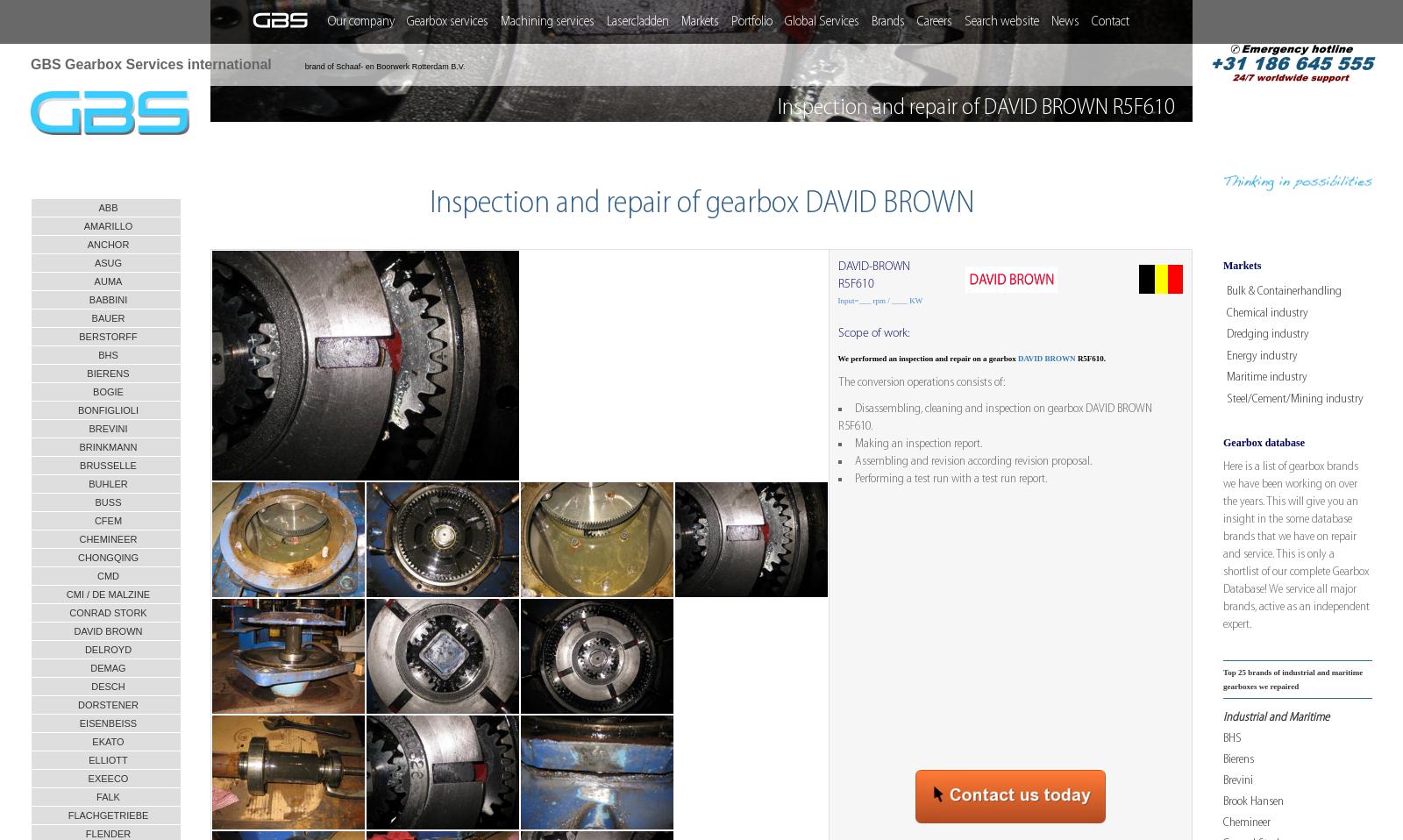 The image size is (1403, 840). What do you see at coordinates (107, 263) in the screenshot?
I see `'ASUG'` at bounding box center [107, 263].